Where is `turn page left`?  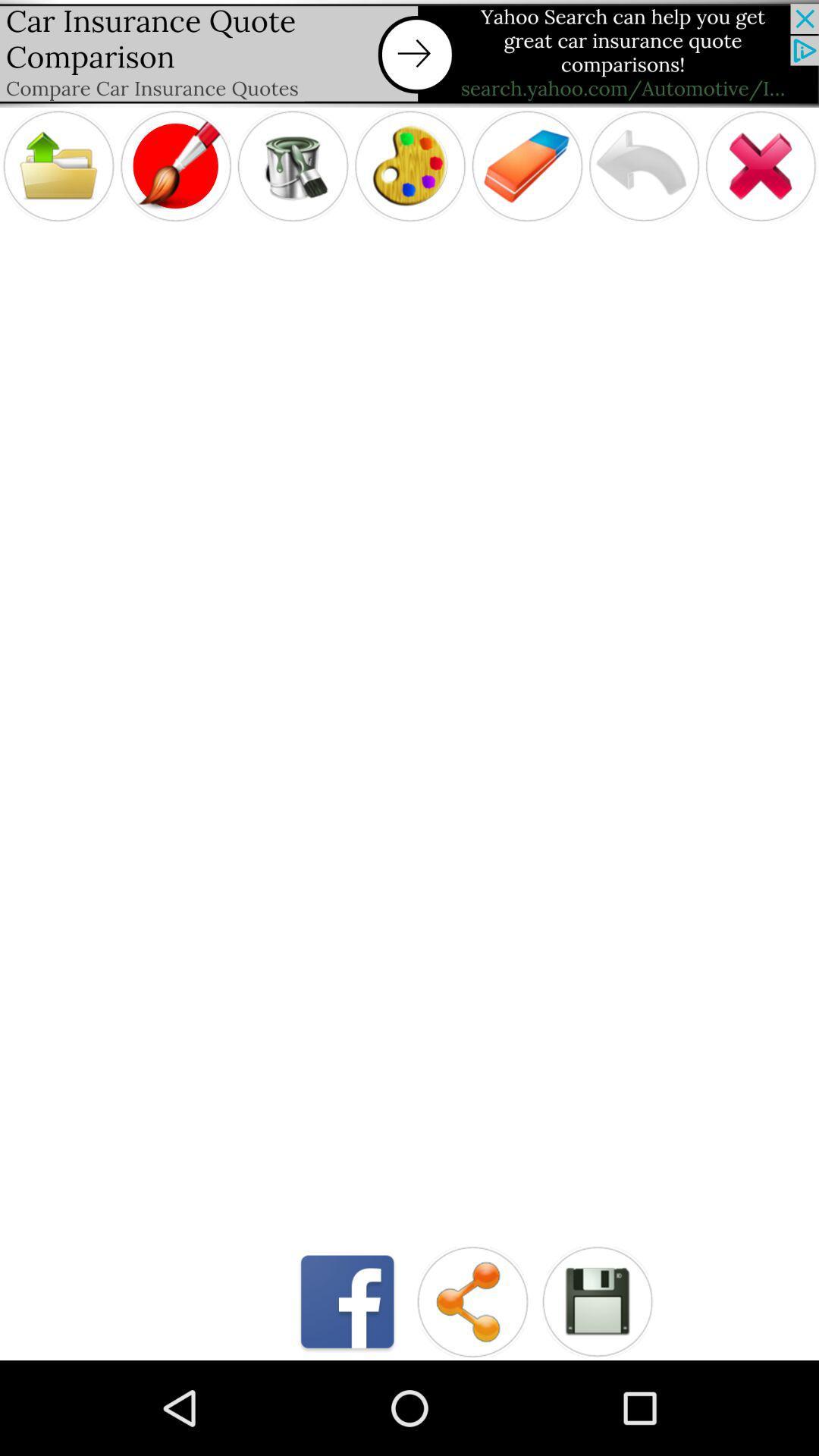 turn page left is located at coordinates (644, 166).